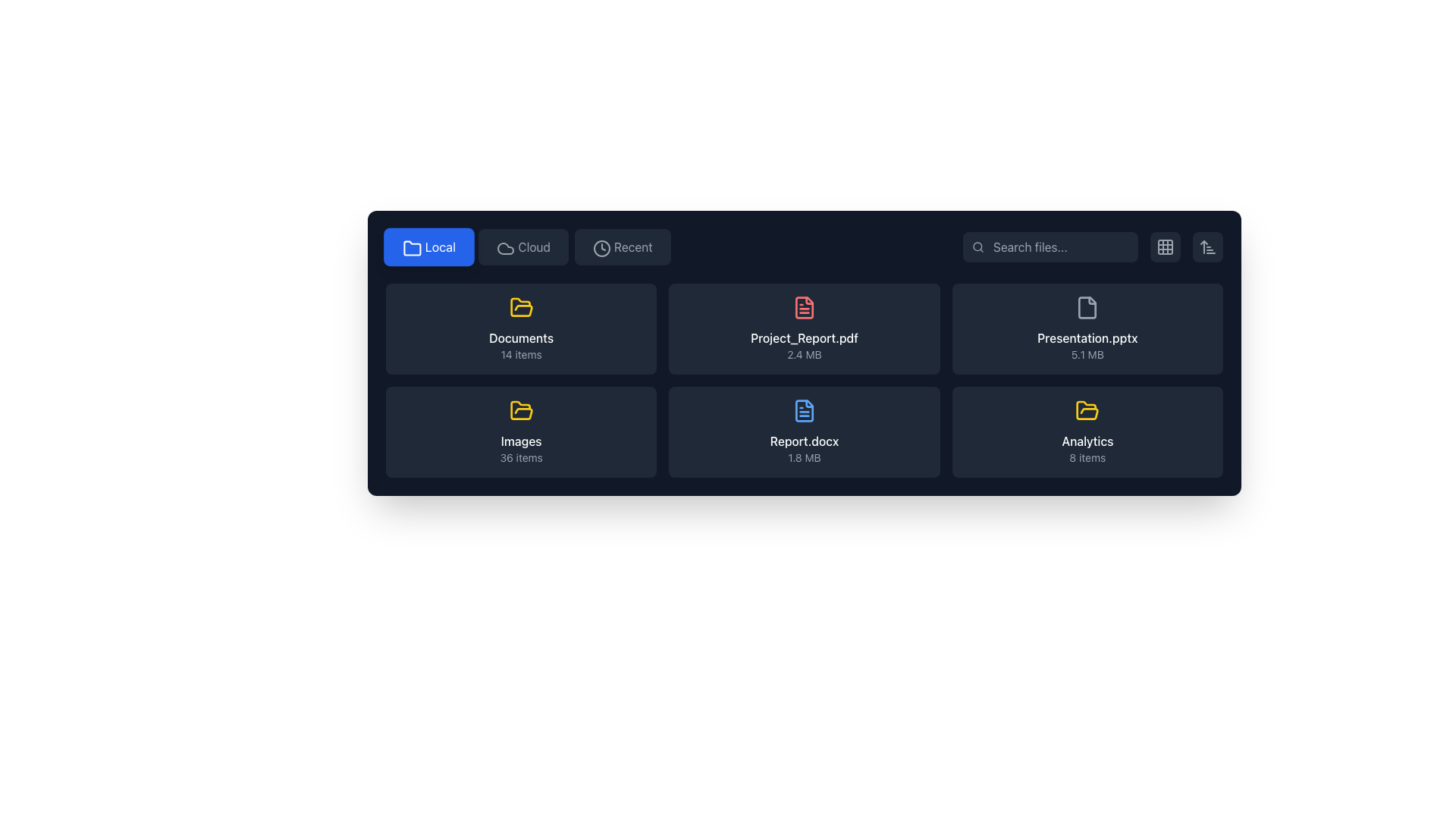 Image resolution: width=1456 pixels, height=819 pixels. What do you see at coordinates (521, 432) in the screenshot?
I see `the 'Images' folder, which is an interactive folder representation located in the second row, first column of the grid layout` at bounding box center [521, 432].